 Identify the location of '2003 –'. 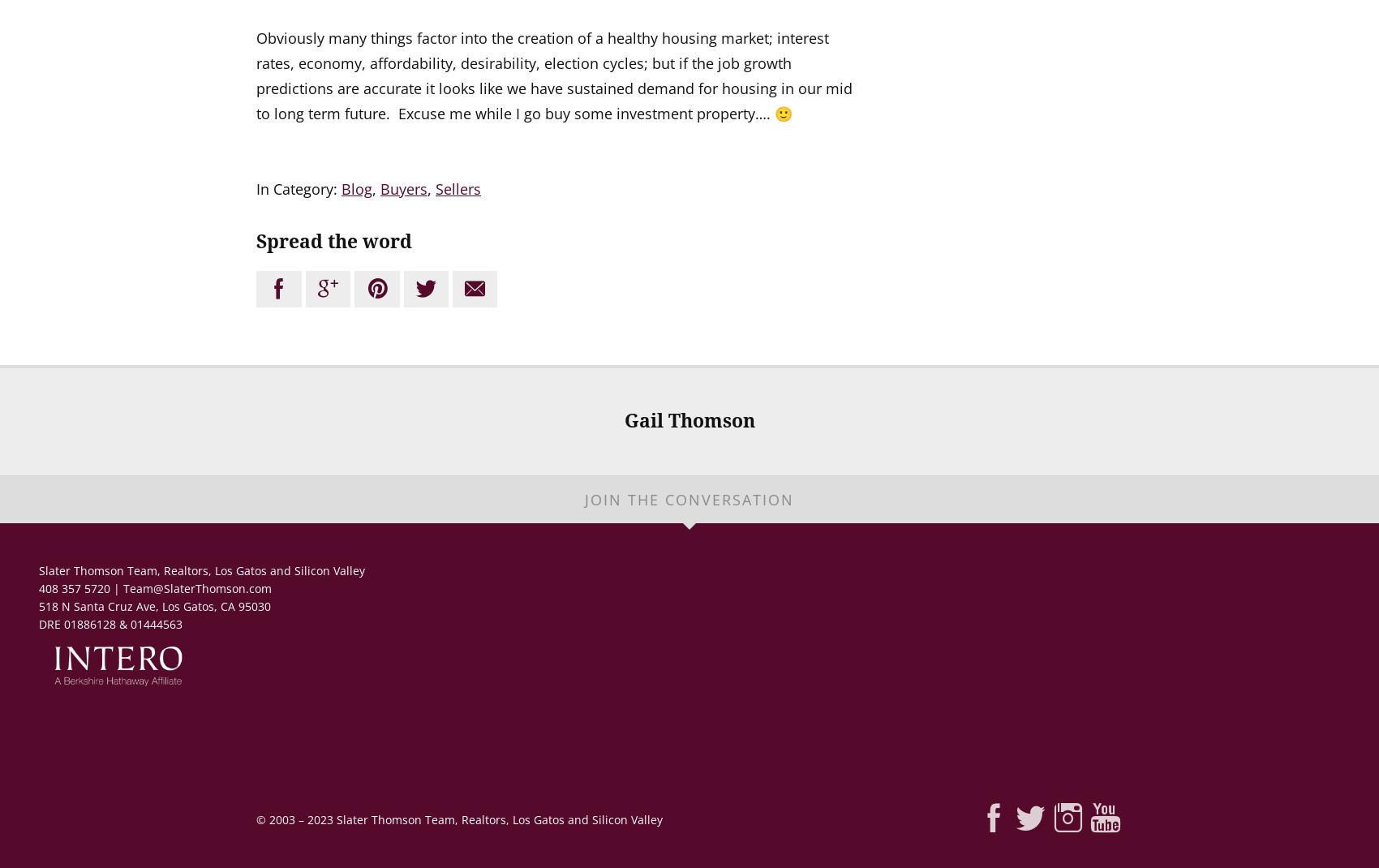
(287, 819).